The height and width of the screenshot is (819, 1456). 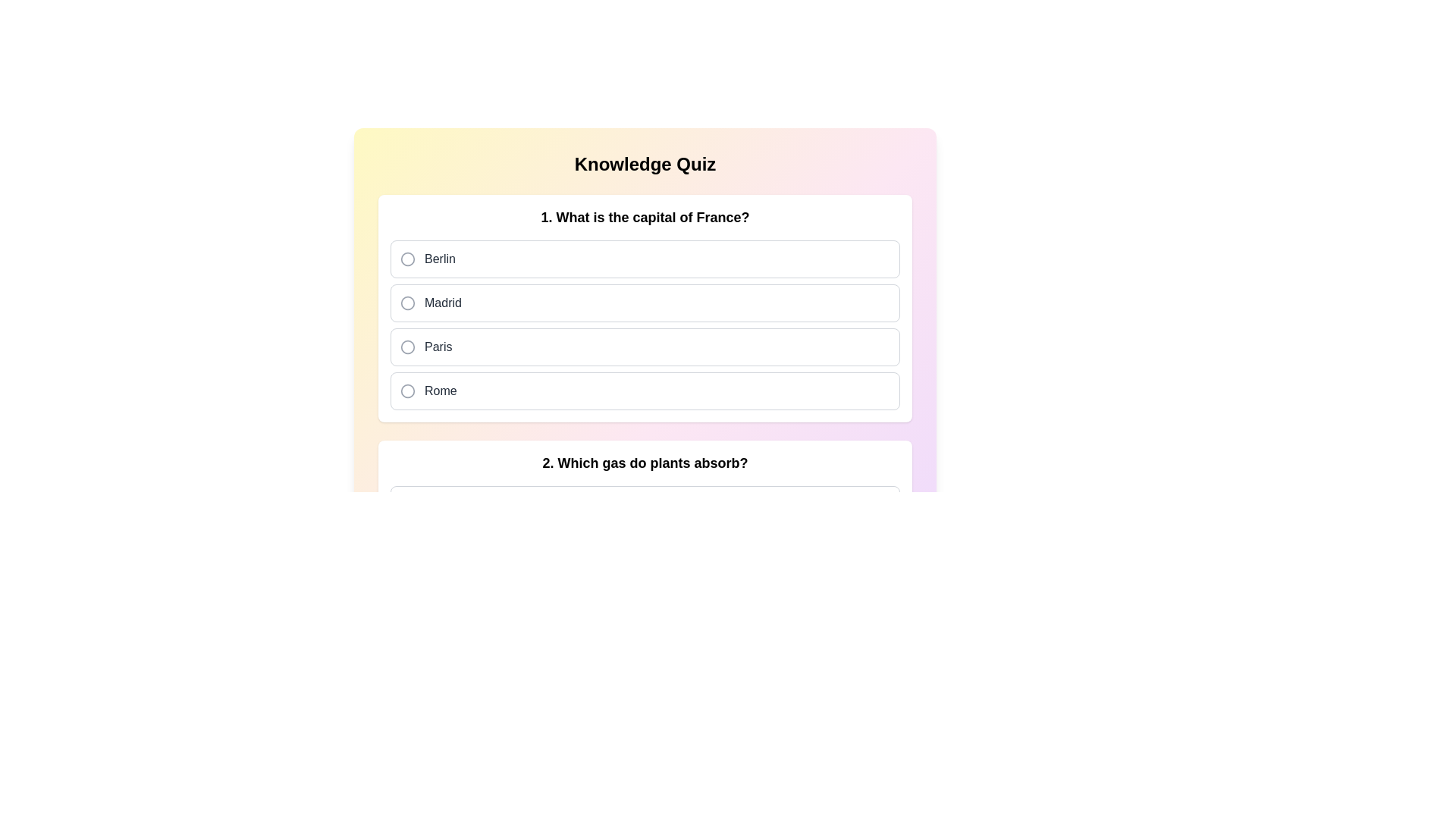 I want to click on the radio button for the 'Paris' selectable option in the quiz, so click(x=645, y=347).